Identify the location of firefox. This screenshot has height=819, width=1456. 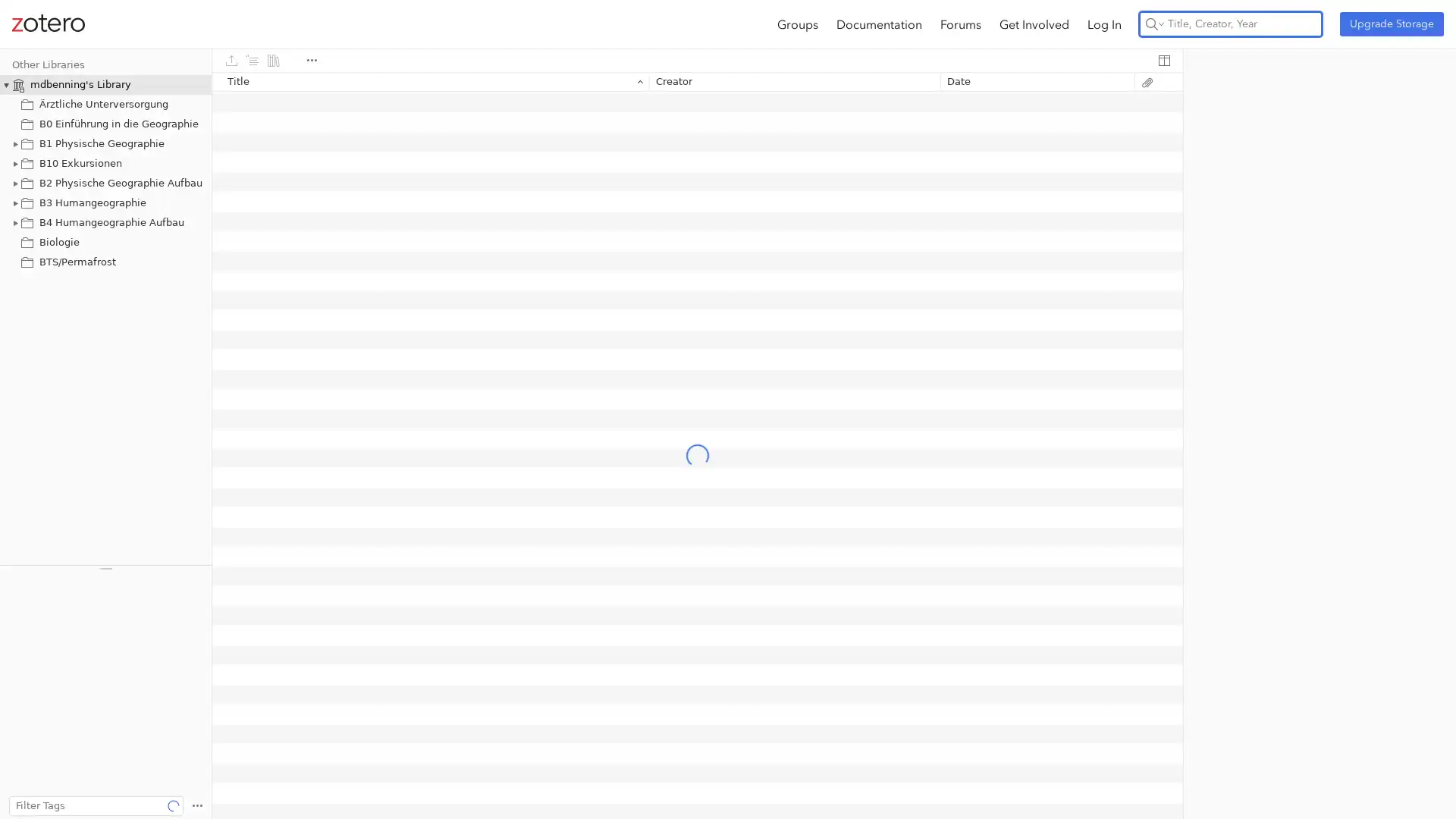
(167, 721).